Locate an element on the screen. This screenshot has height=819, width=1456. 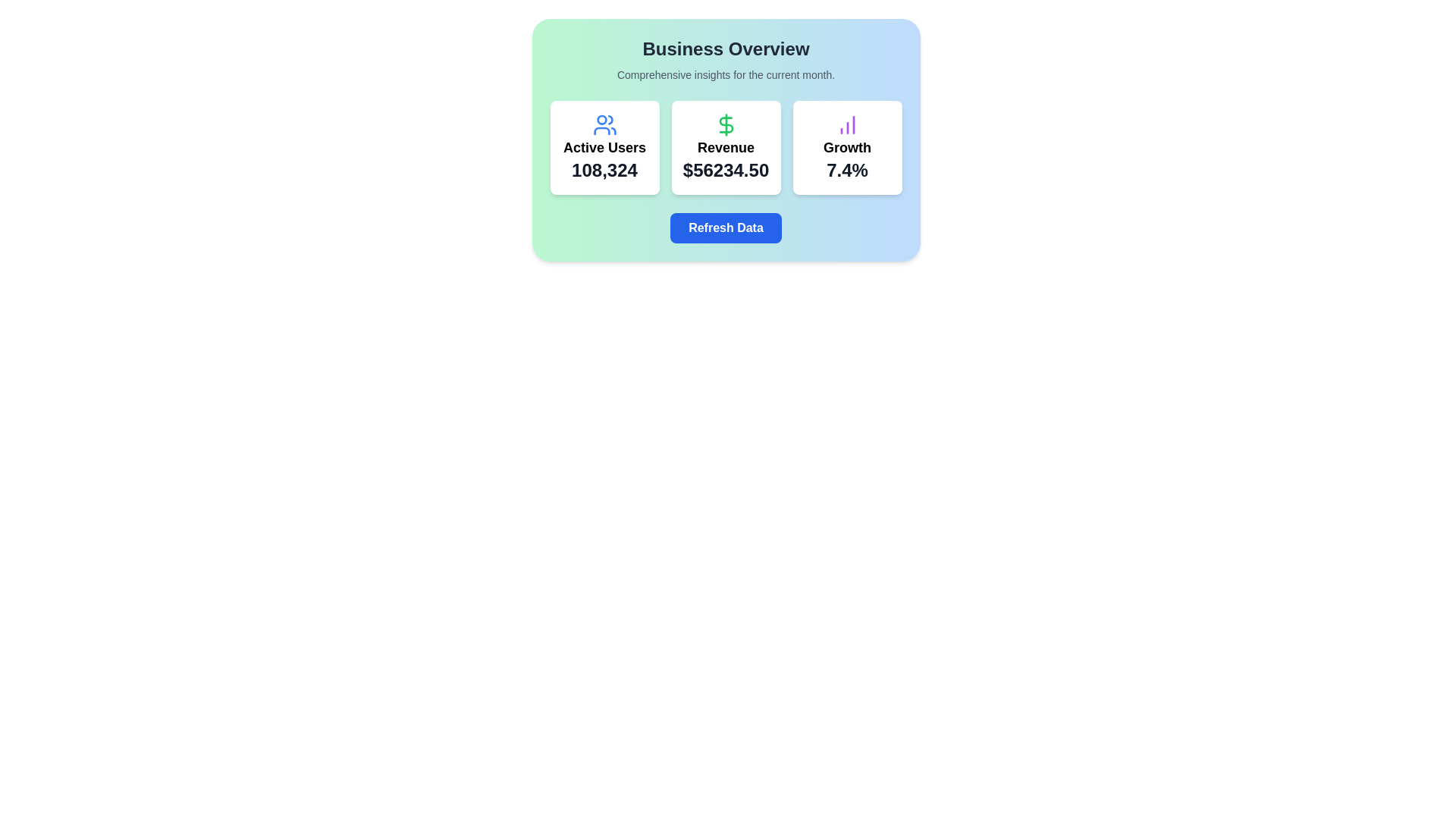
the refresh button located at the bottom center of the 'Business Overview' panel is located at coordinates (725, 227).